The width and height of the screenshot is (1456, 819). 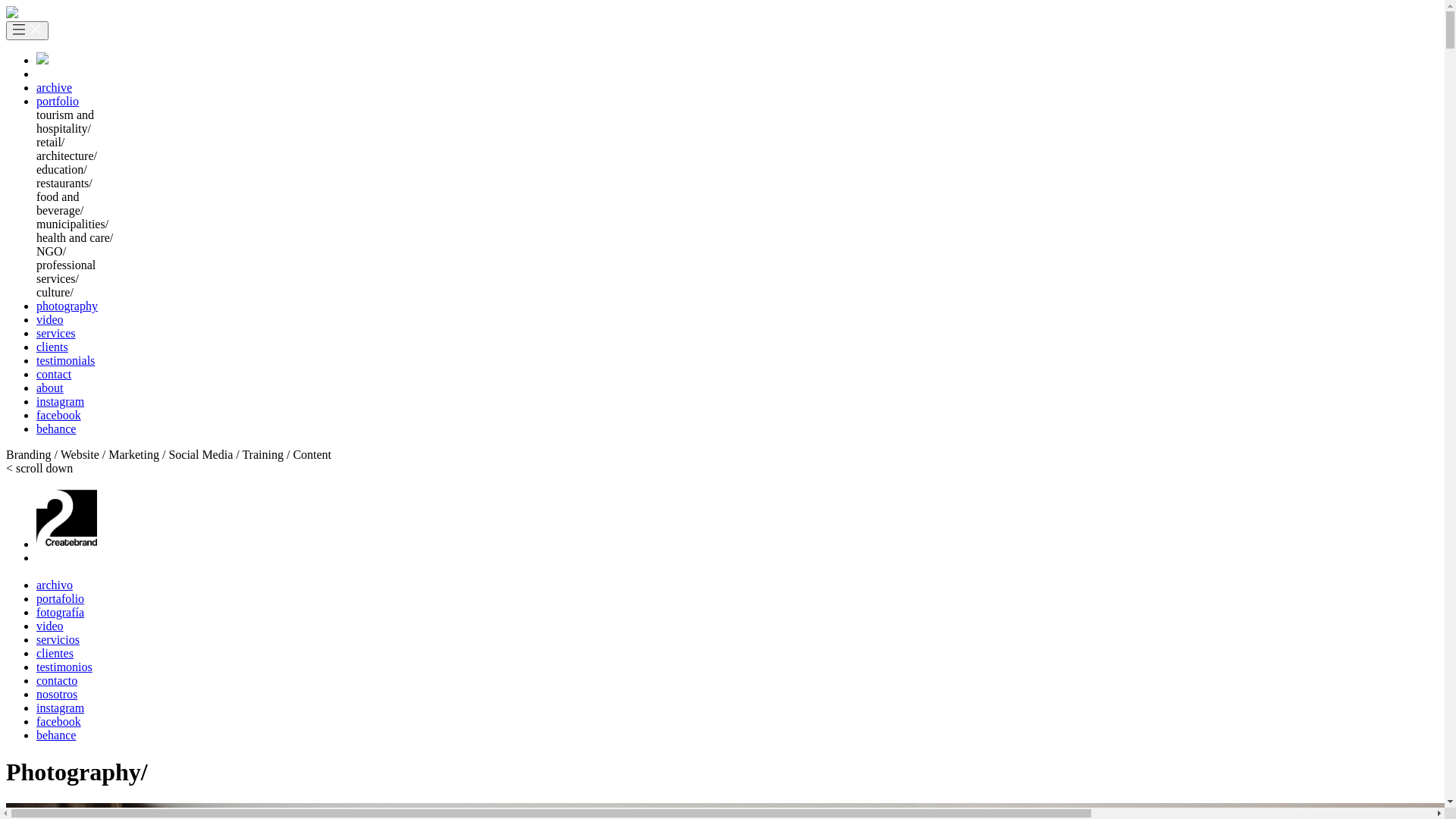 What do you see at coordinates (57, 694) in the screenshot?
I see `'nosotros'` at bounding box center [57, 694].